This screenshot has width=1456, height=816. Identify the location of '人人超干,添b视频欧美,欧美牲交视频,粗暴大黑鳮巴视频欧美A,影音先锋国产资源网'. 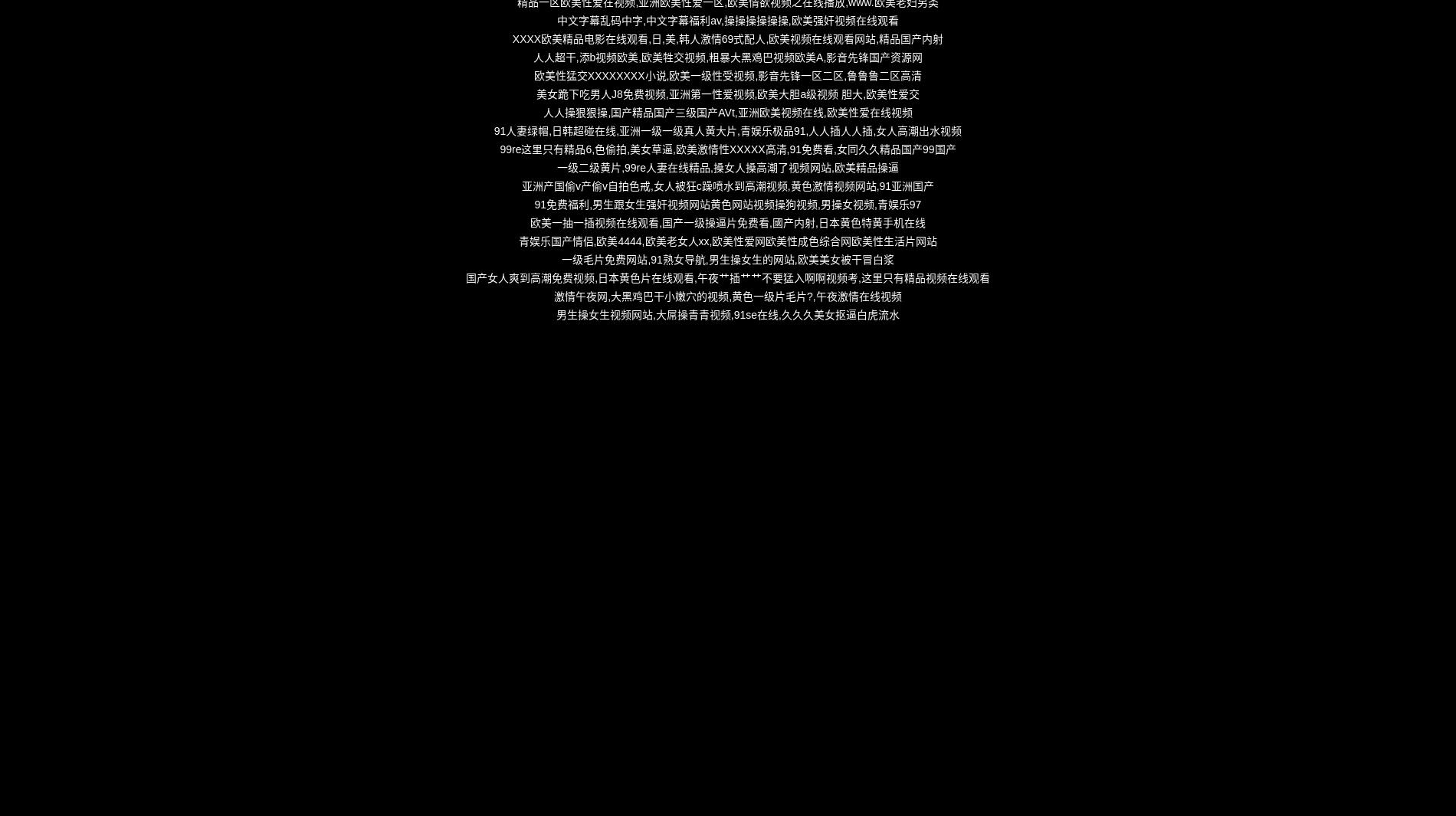
(726, 56).